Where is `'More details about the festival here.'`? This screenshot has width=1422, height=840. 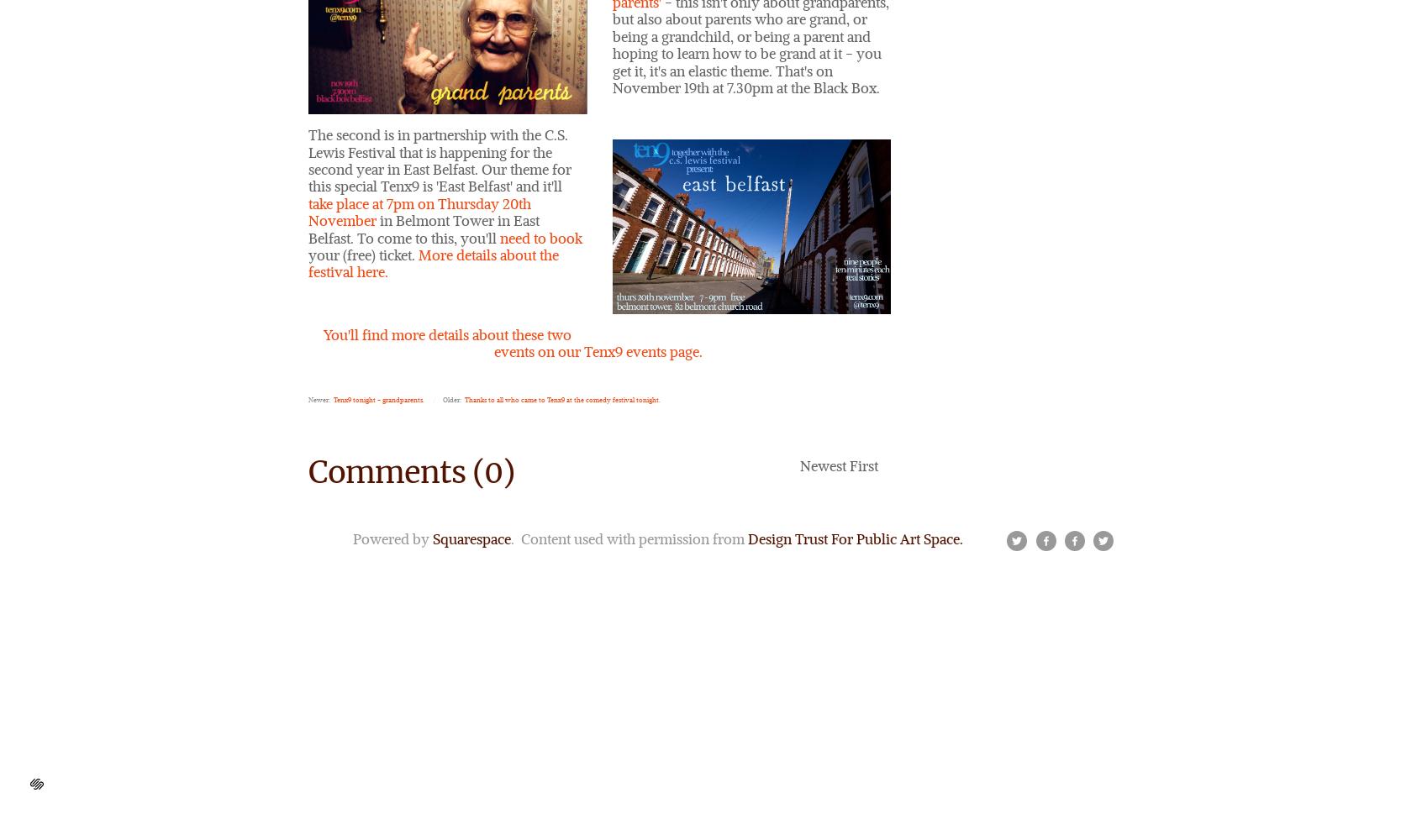 'More details about the festival here.' is located at coordinates (434, 262).